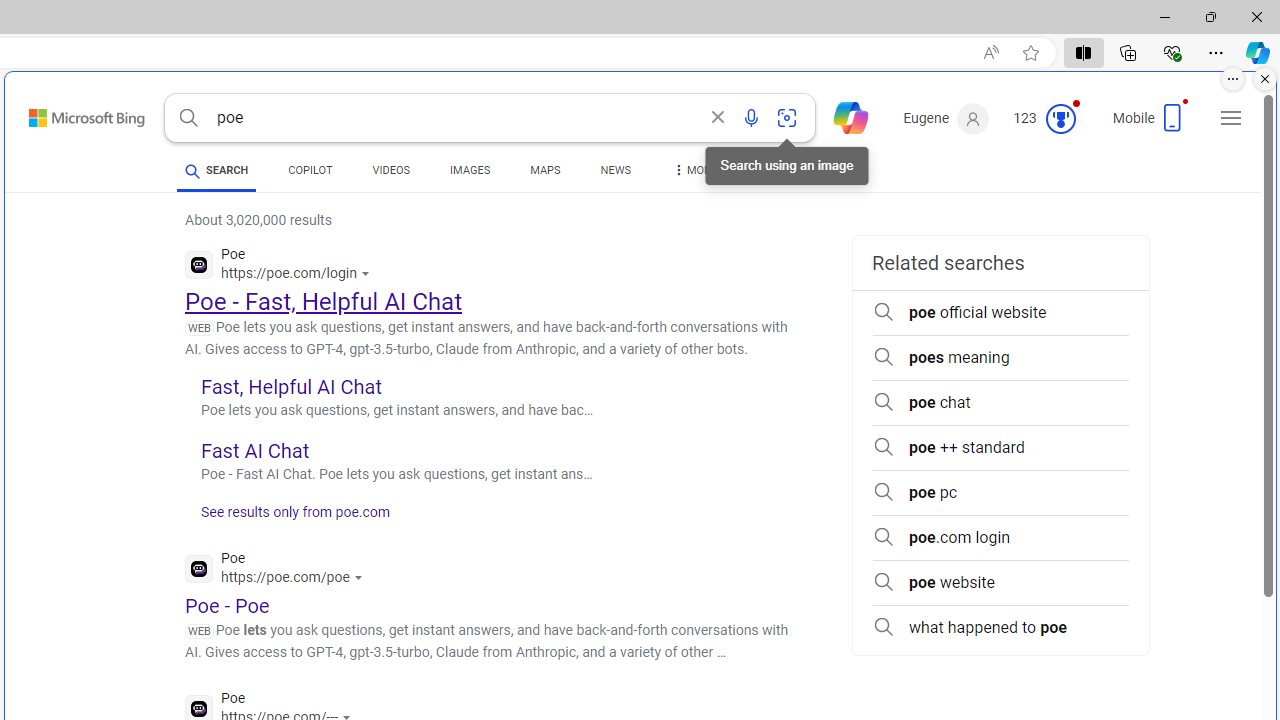 The image size is (1280, 720). I want to click on 'More options.', so click(1232, 78).